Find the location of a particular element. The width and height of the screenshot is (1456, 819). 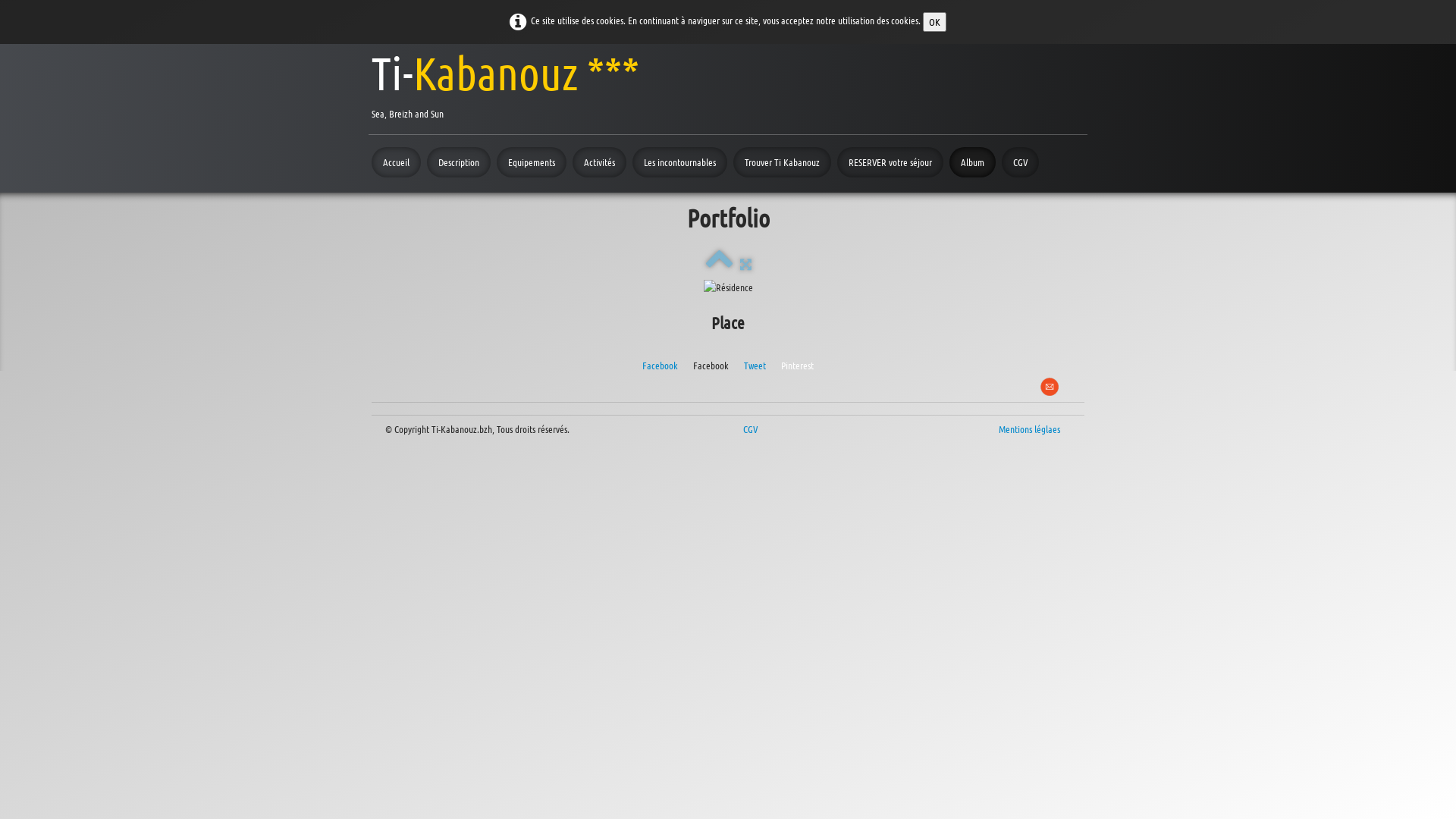

'Tweet' is located at coordinates (755, 365).